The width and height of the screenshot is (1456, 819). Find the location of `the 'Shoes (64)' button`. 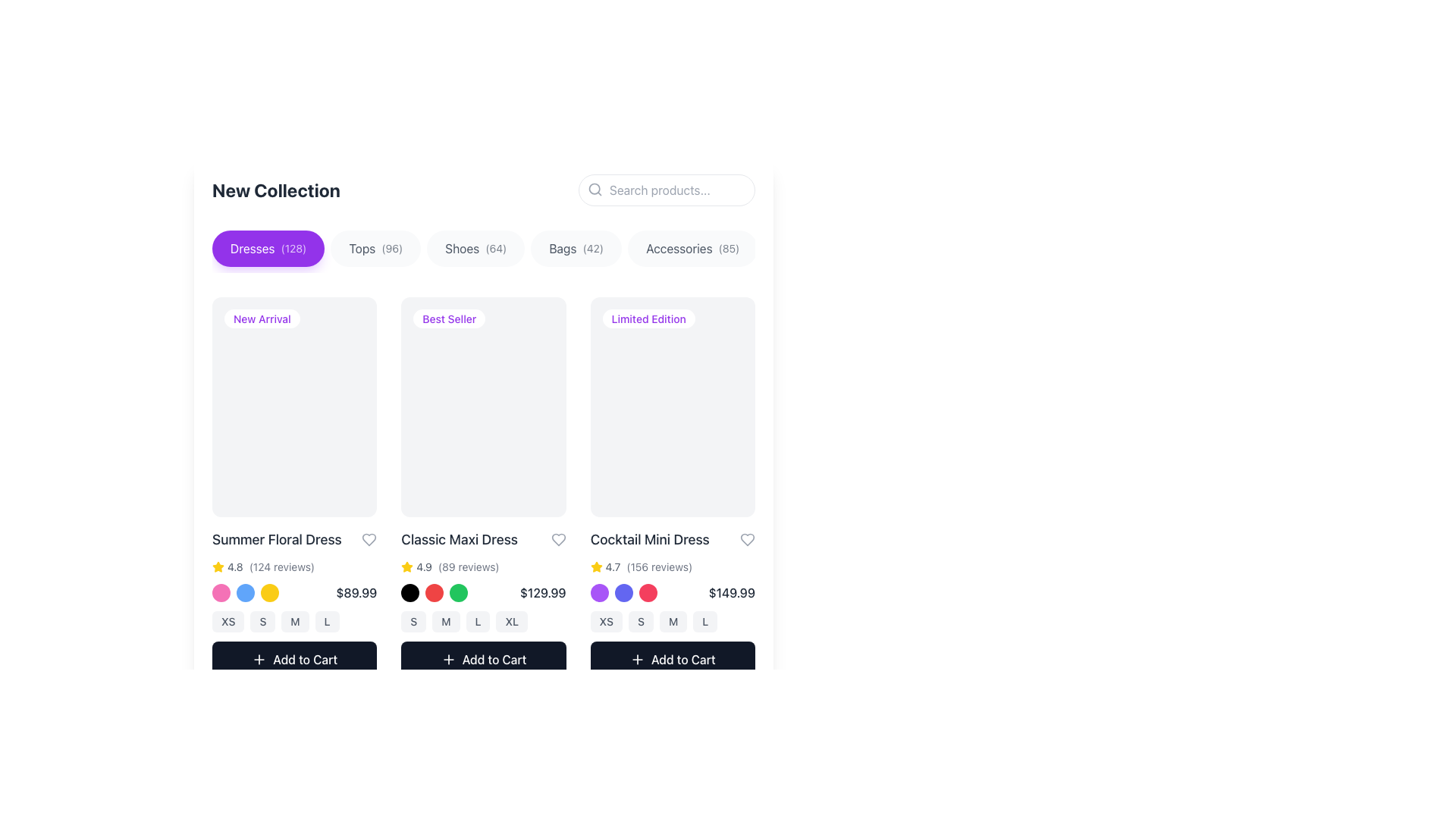

the 'Shoes (64)' button is located at coordinates (483, 250).